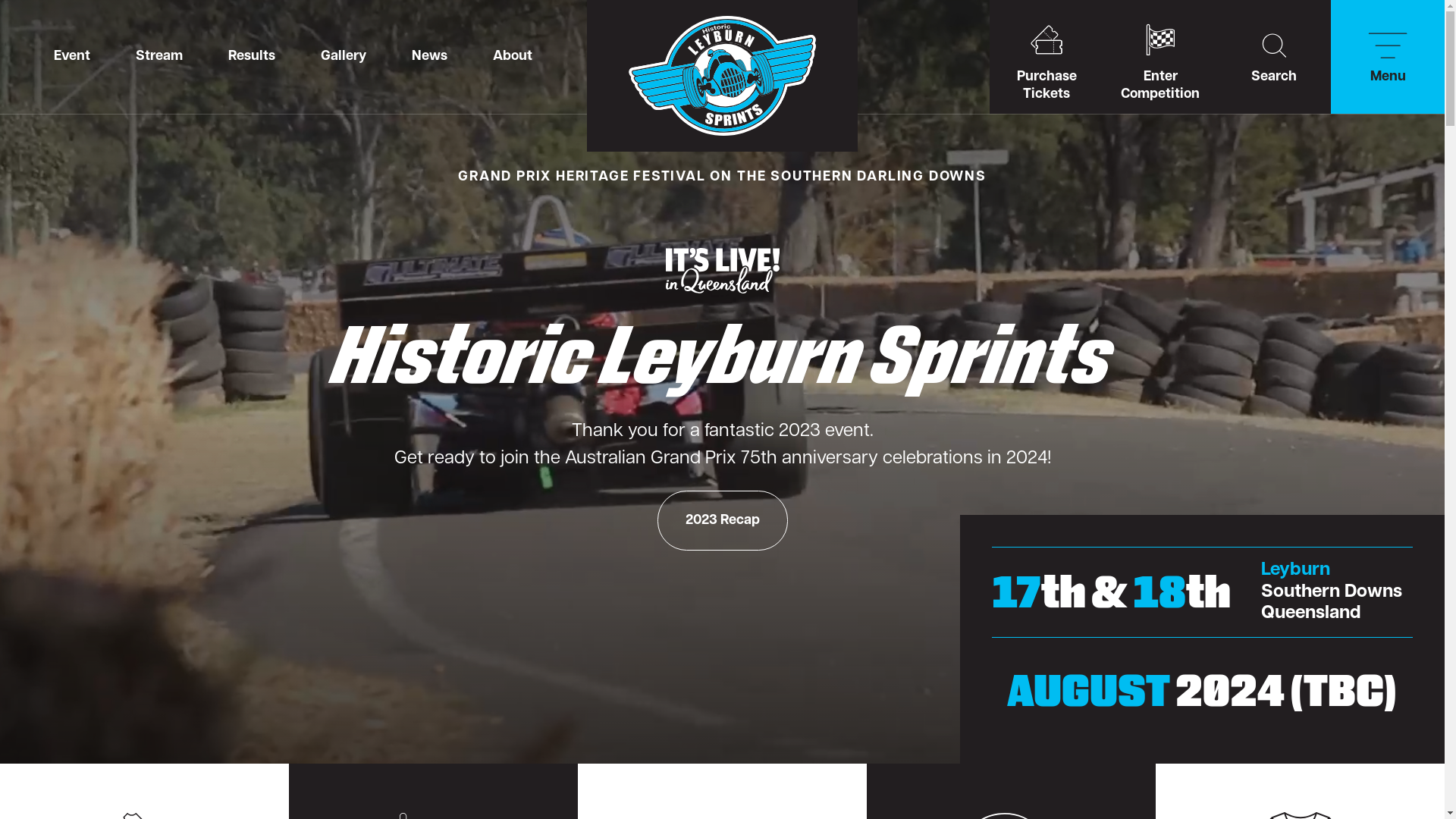 The width and height of the screenshot is (1456, 819). What do you see at coordinates (720, 519) in the screenshot?
I see `'2023 Recap'` at bounding box center [720, 519].